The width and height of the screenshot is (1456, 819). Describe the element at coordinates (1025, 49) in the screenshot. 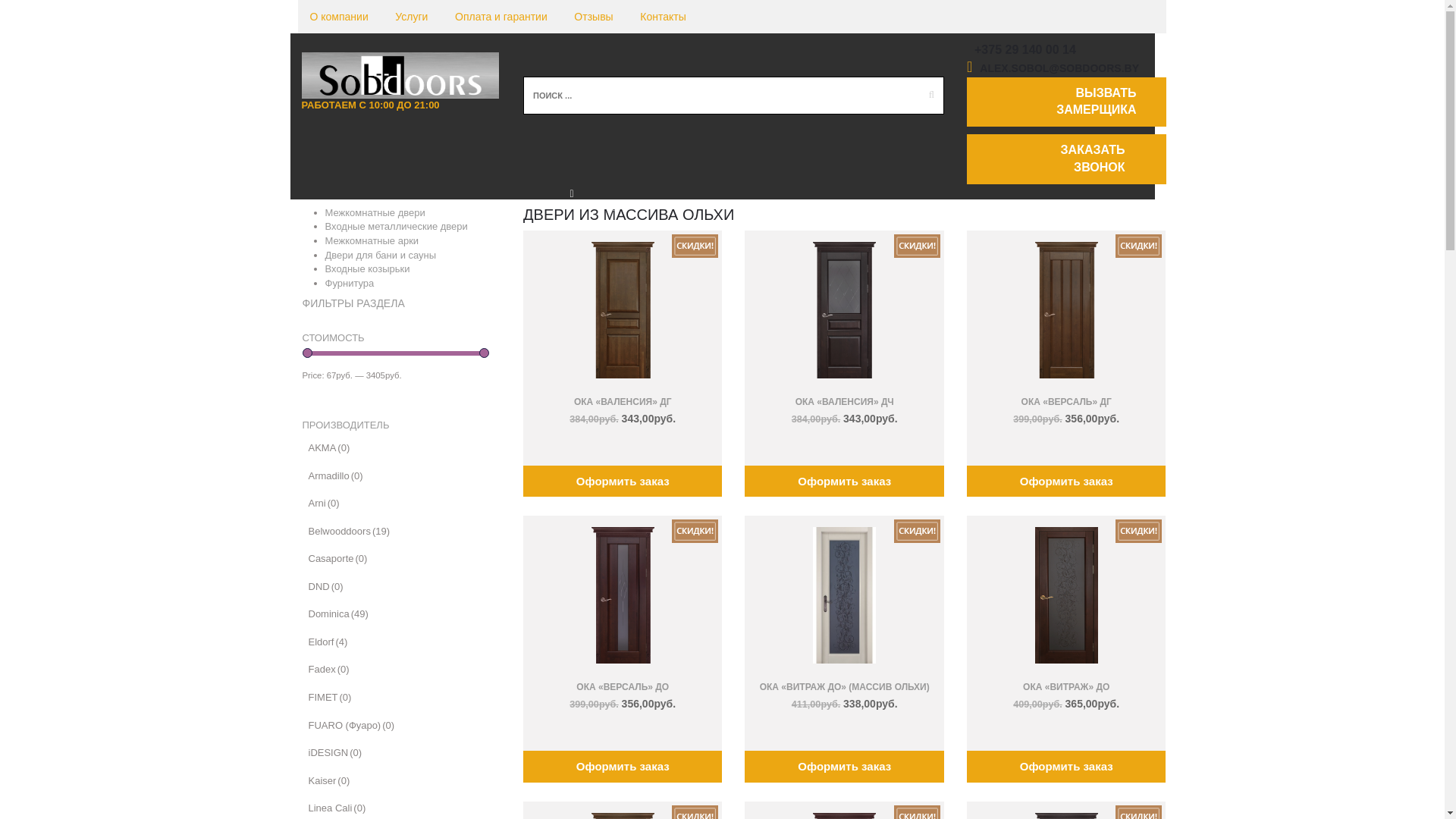

I see `'+375 29 140 00 14'` at that location.